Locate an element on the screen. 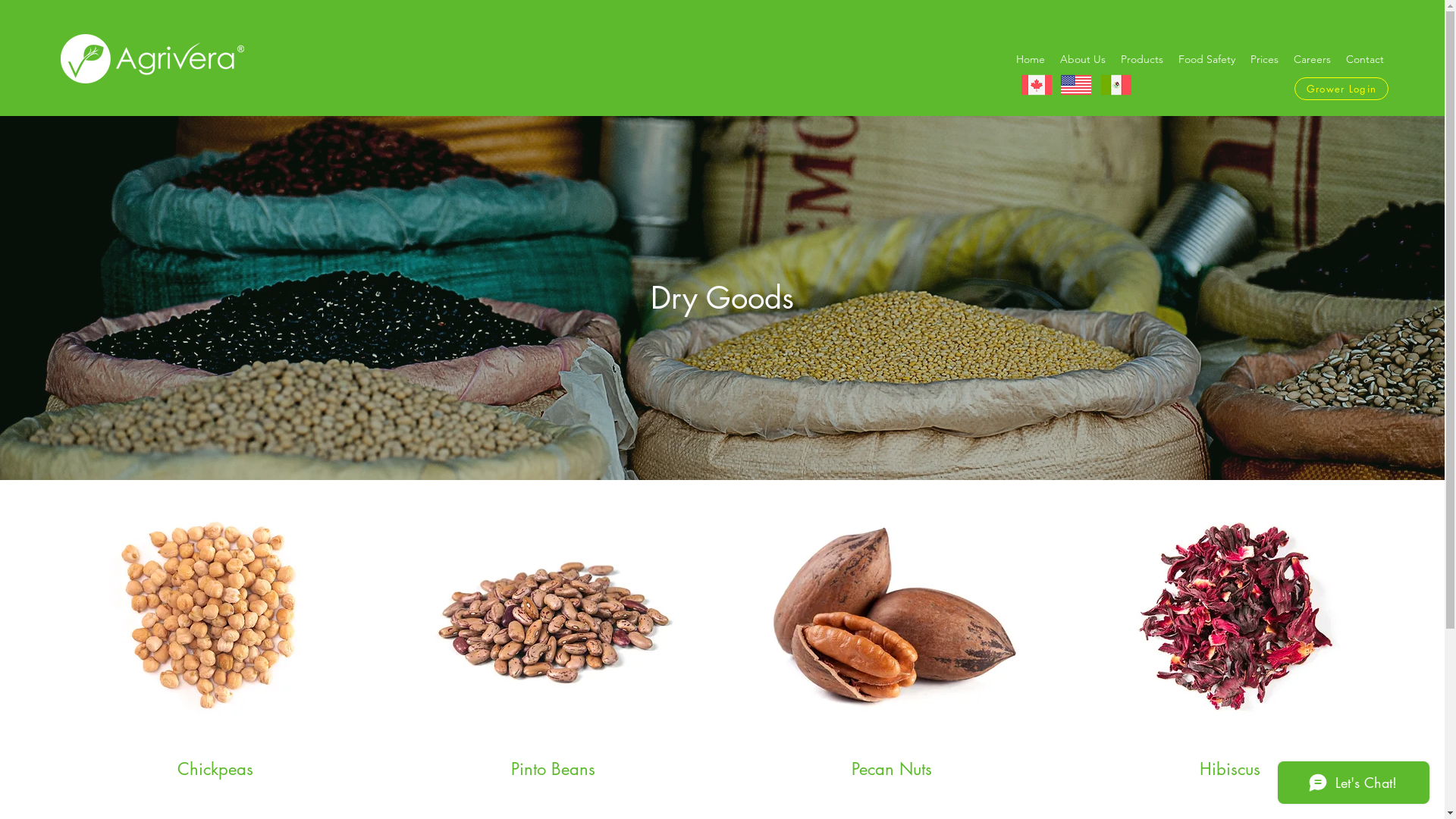 This screenshot has width=1456, height=819. 'Products' is located at coordinates (1142, 58).